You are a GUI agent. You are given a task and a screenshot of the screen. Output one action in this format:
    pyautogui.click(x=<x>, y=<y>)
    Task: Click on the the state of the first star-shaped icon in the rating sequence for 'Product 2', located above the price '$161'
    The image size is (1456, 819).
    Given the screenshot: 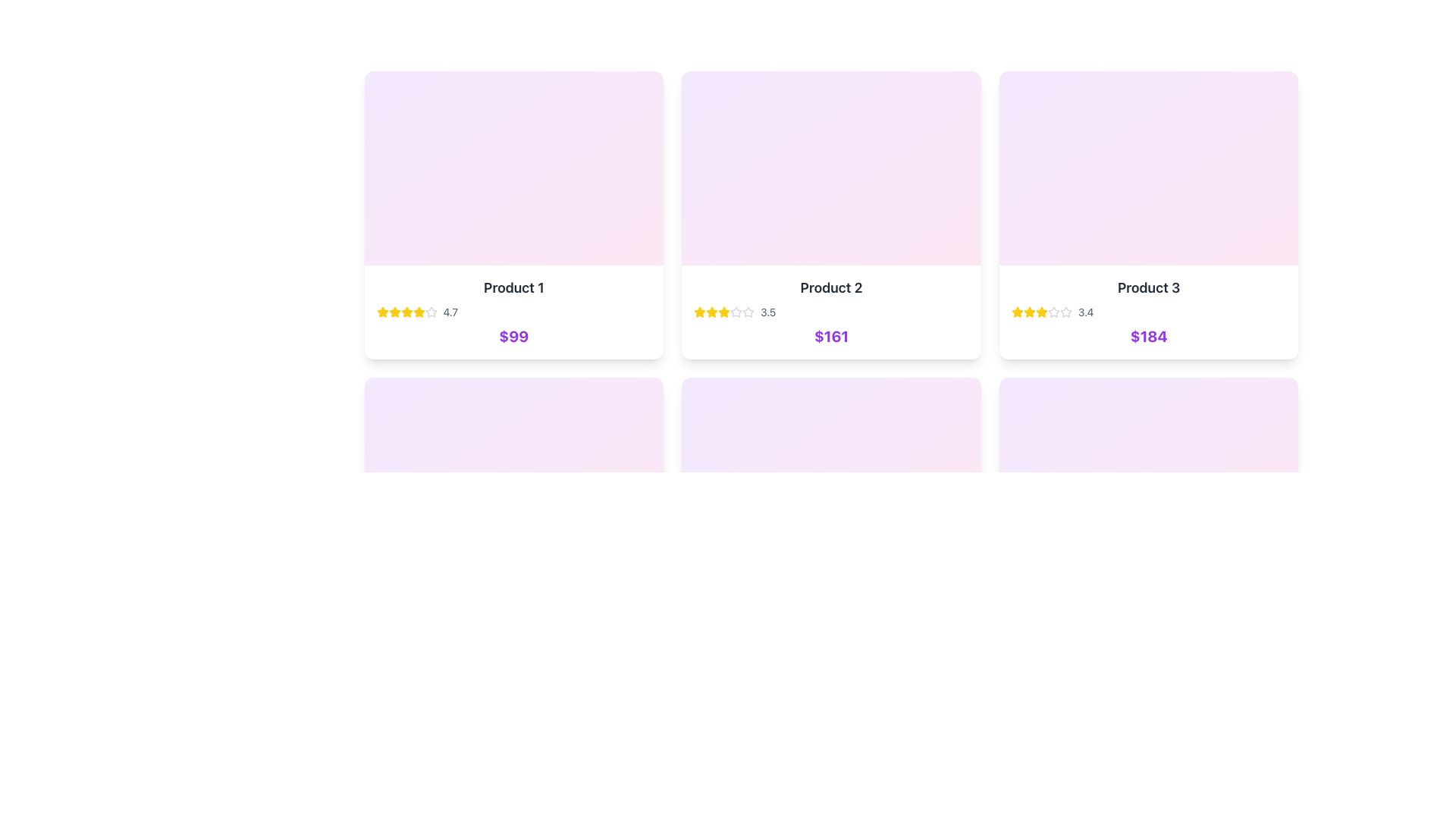 What is the action you would take?
    pyautogui.click(x=699, y=312)
    